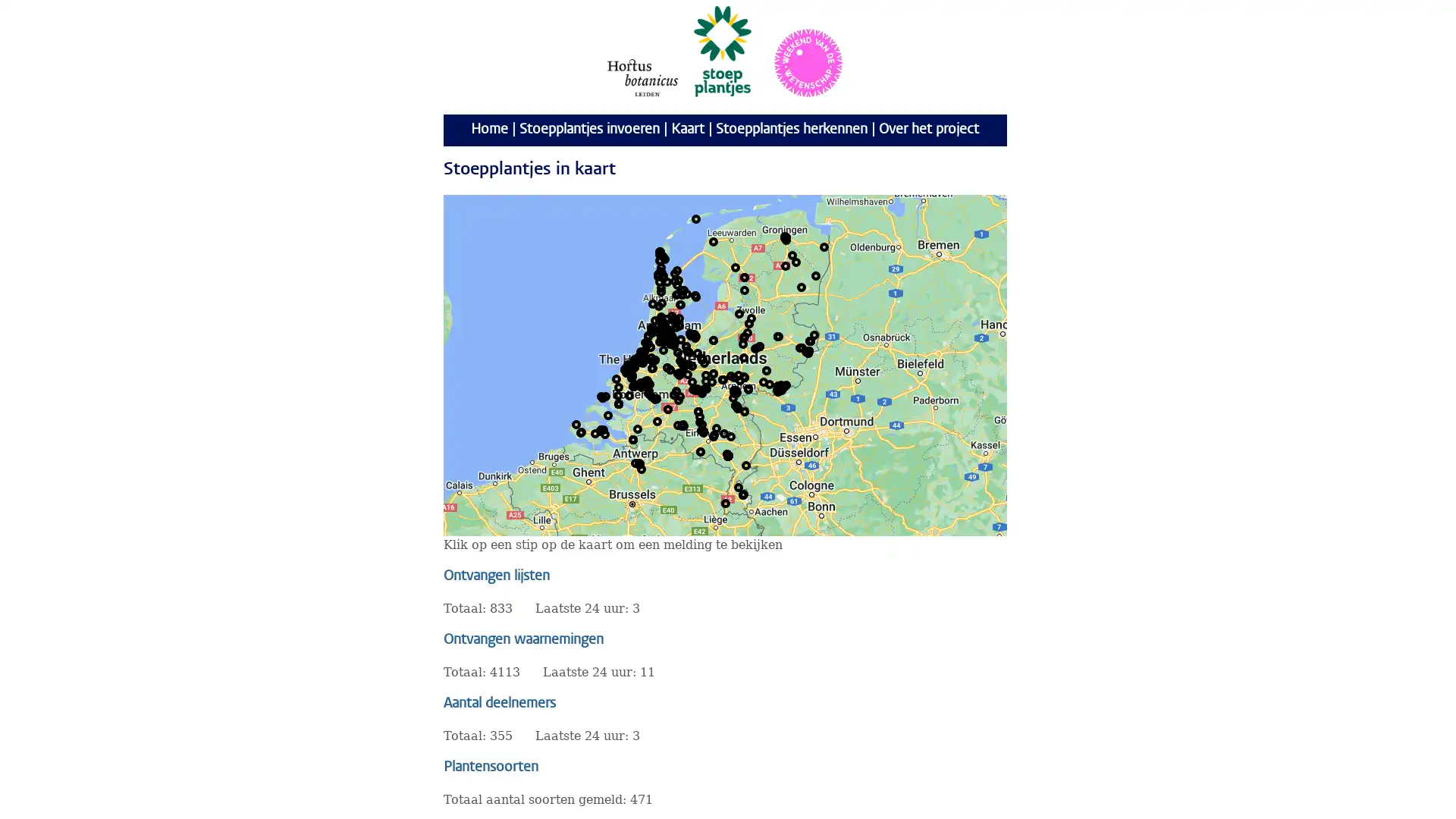 The height and width of the screenshot is (819, 1456). What do you see at coordinates (737, 405) in the screenshot?
I see `Telling van Patricia Verkerk op 04 december 2021` at bounding box center [737, 405].